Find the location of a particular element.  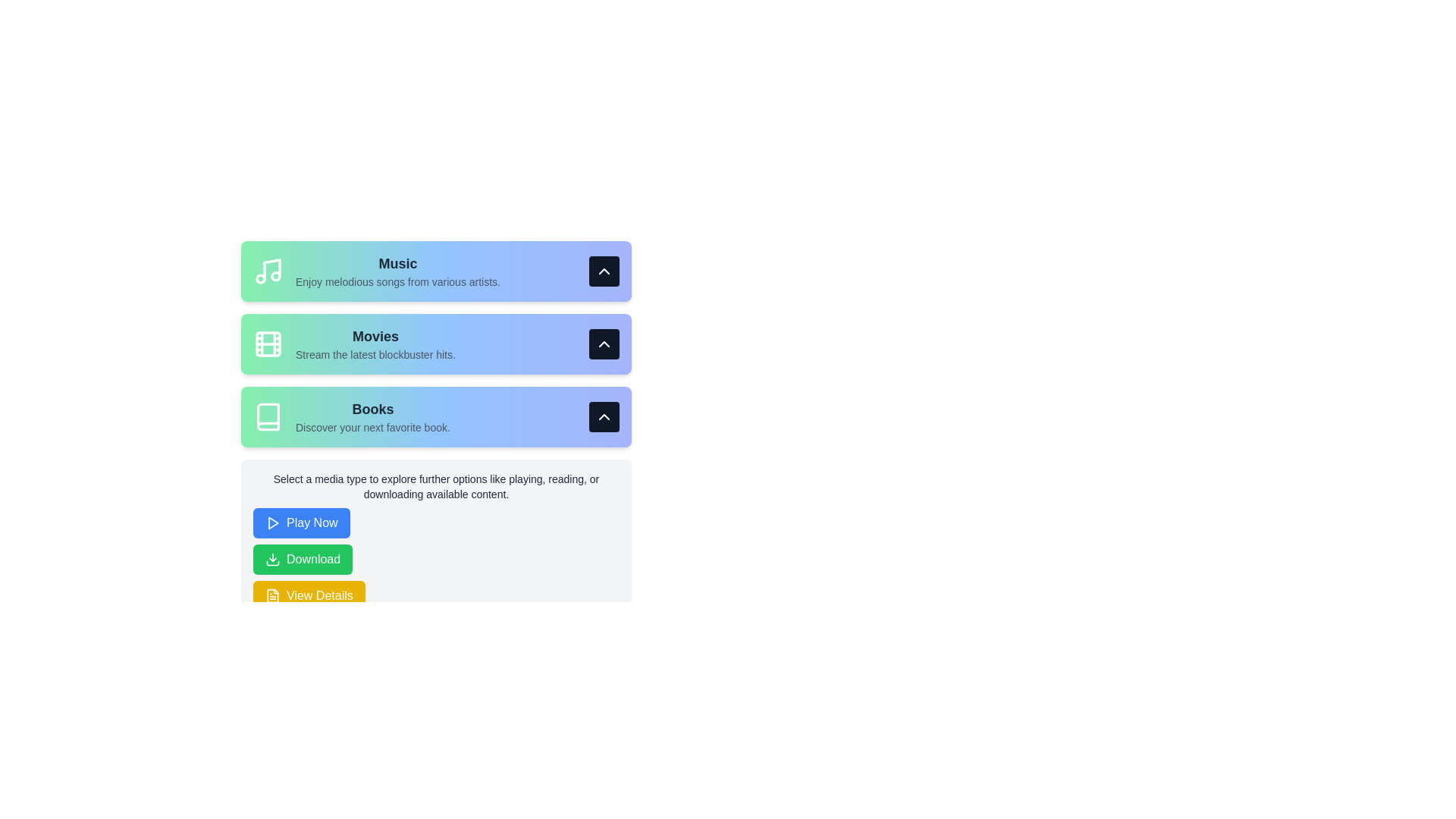

the 'Music' icon, which is the first icon on the left side of the 'Music' card, positioned in the upper section of the interface is located at coordinates (268, 271).